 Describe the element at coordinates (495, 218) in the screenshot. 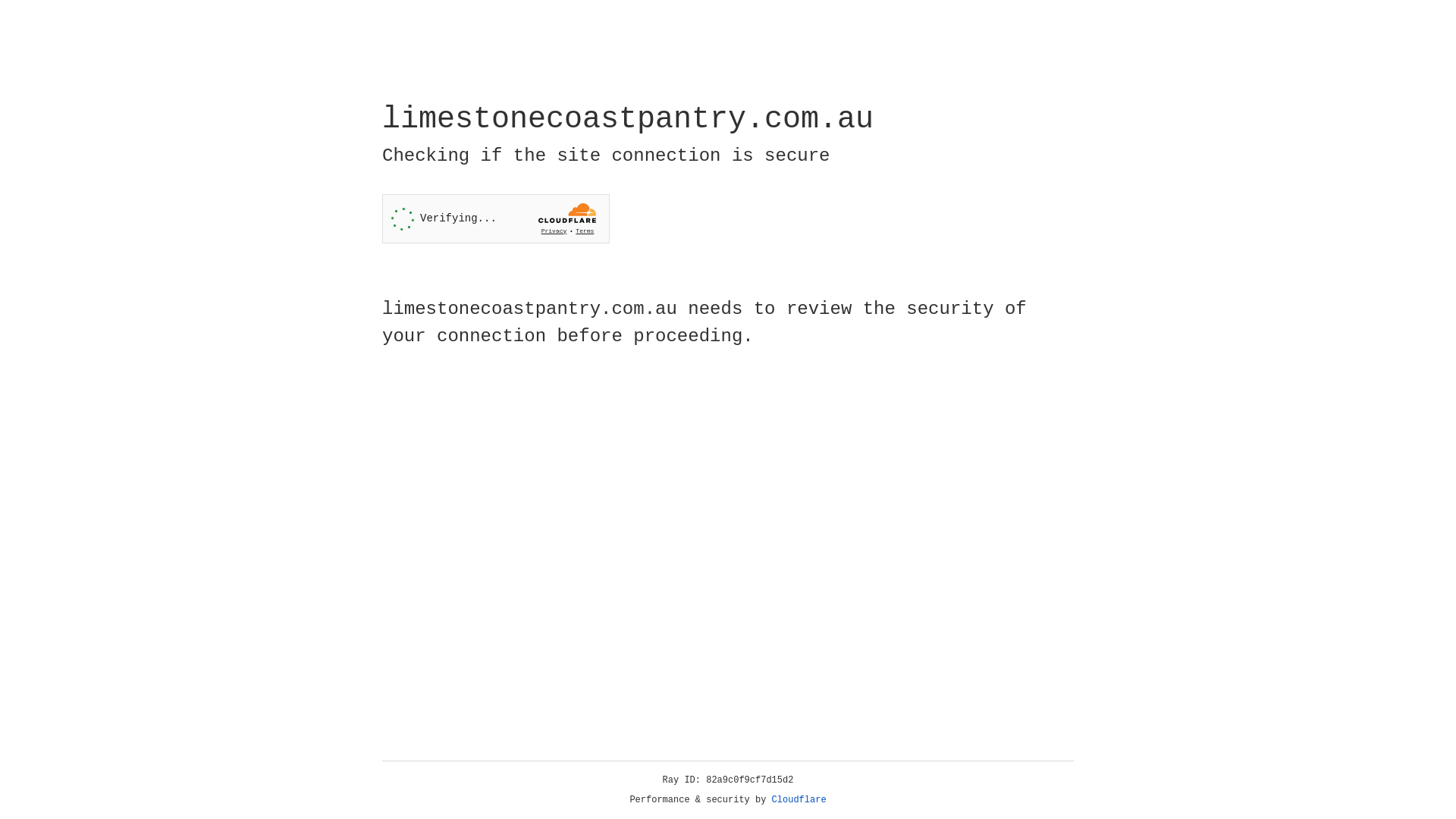

I see `'Widget containing a Cloudflare security challenge'` at that location.